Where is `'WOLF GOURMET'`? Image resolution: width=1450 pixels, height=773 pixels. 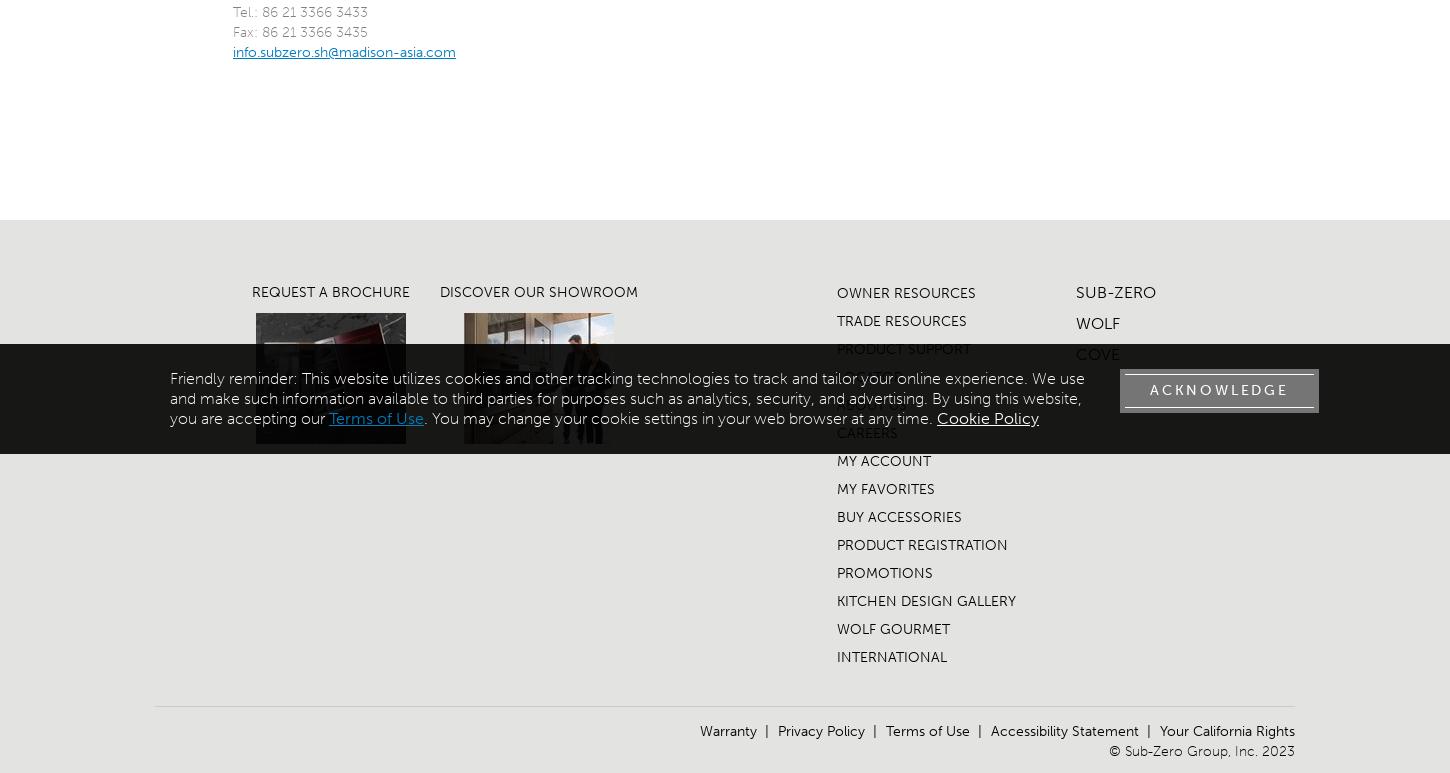
'WOLF GOURMET' is located at coordinates (836, 628).